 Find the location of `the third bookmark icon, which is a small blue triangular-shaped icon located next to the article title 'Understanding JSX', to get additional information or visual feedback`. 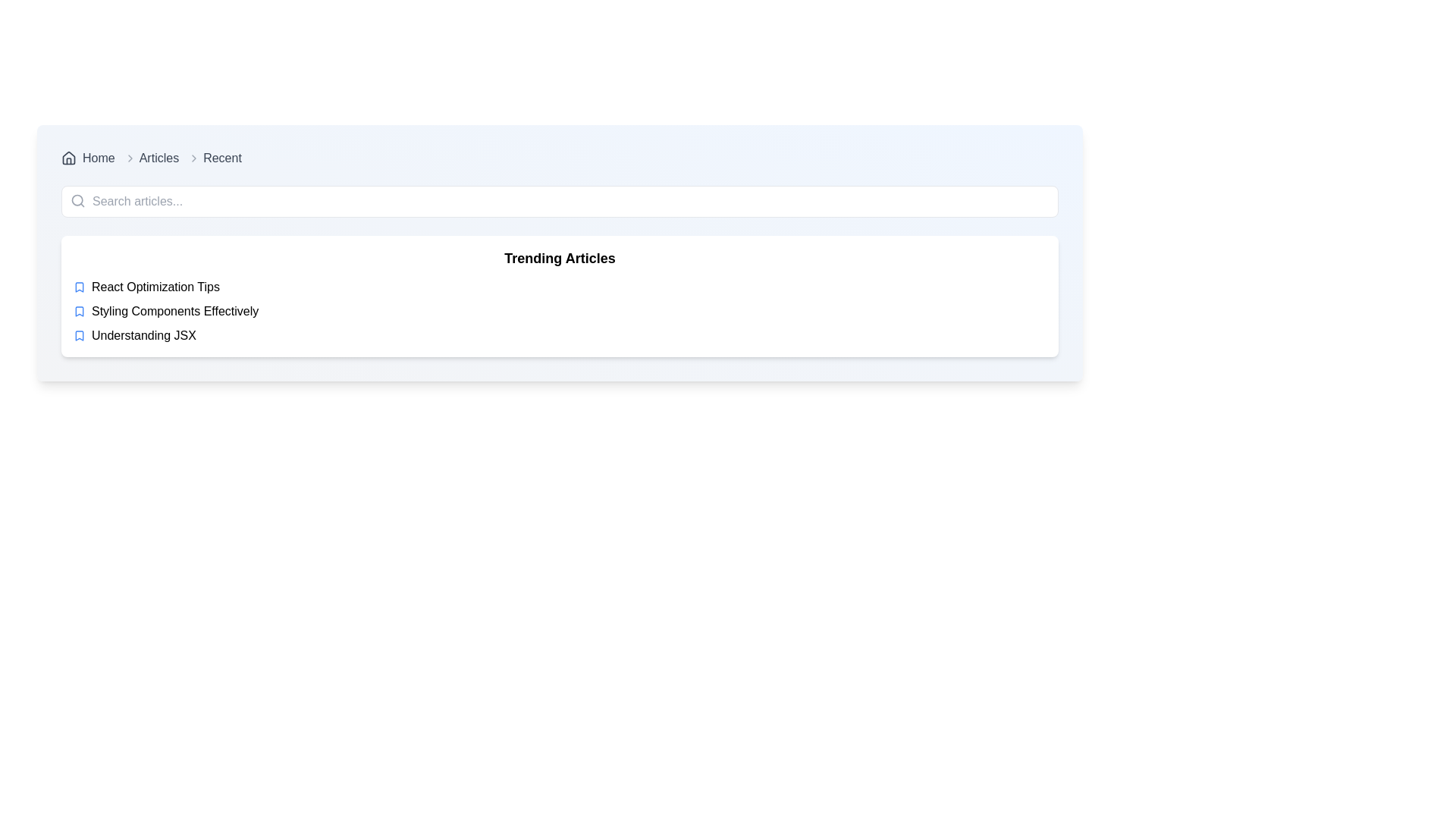

the third bookmark icon, which is a small blue triangular-shaped icon located next to the article title 'Understanding JSX', to get additional information or visual feedback is located at coordinates (79, 335).